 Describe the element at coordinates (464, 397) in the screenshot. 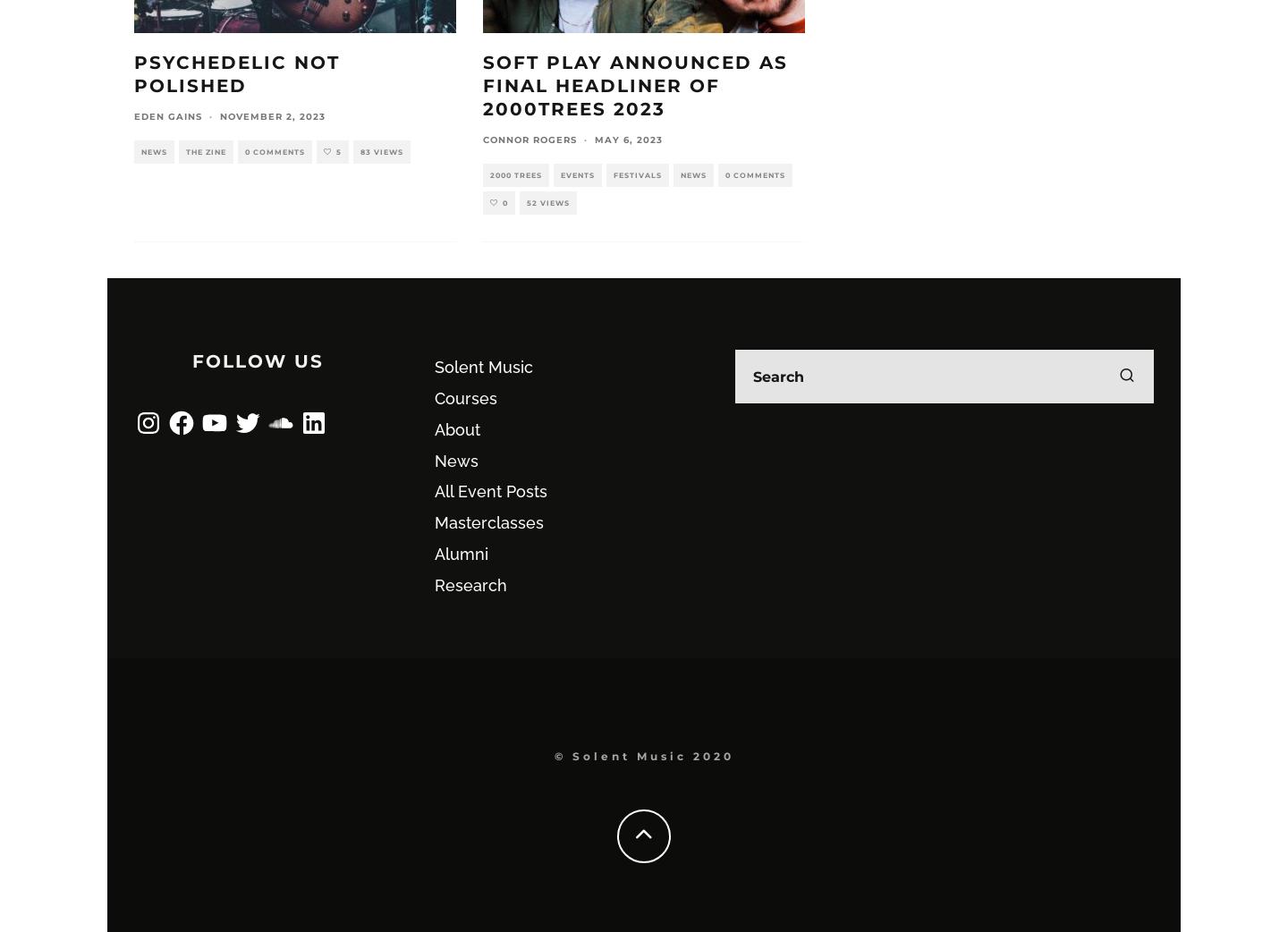

I see `'Courses'` at that location.